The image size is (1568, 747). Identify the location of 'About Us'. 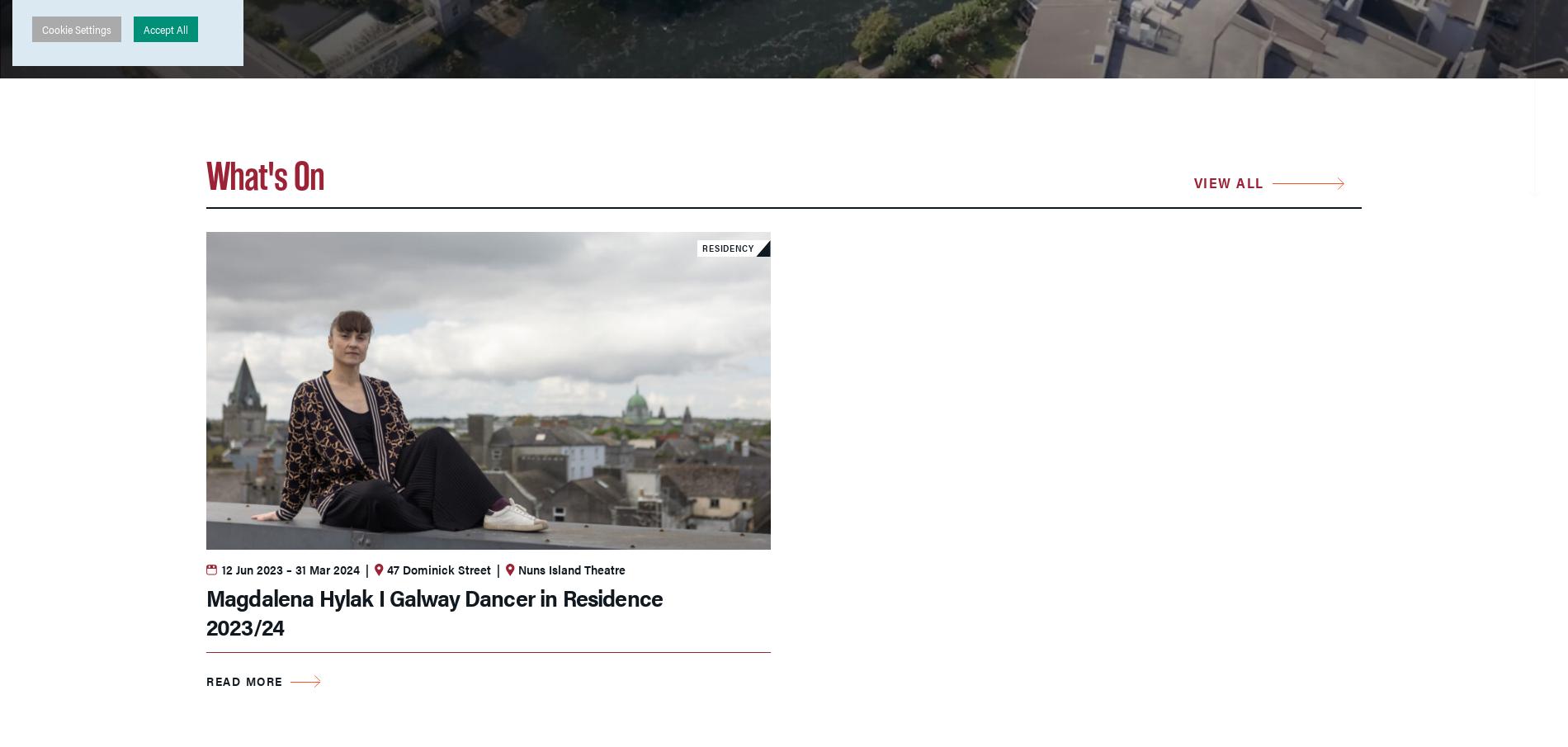
(59, 39).